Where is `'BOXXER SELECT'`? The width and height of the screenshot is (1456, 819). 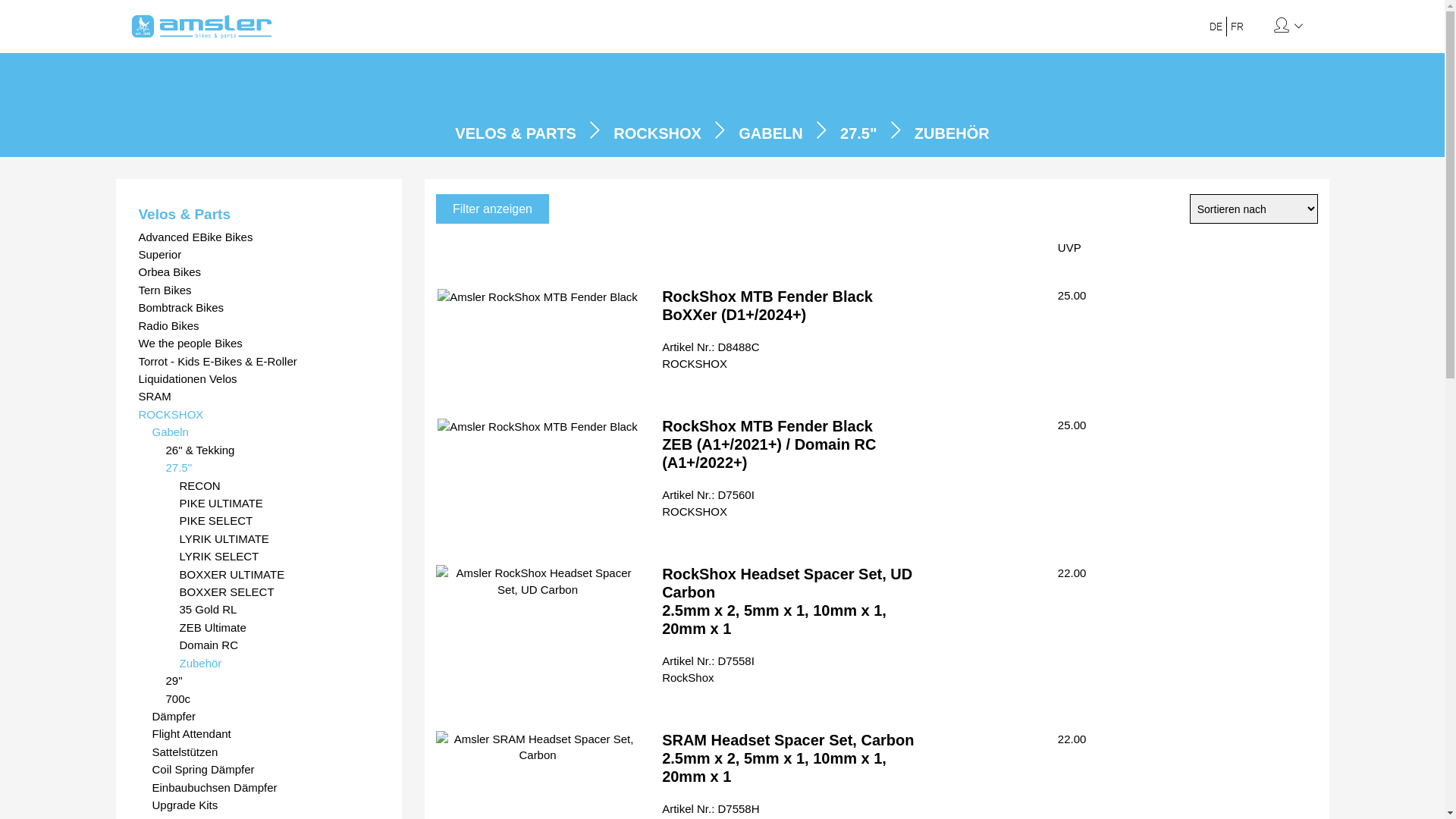
'BOXXER SELECT' is located at coordinates (279, 591).